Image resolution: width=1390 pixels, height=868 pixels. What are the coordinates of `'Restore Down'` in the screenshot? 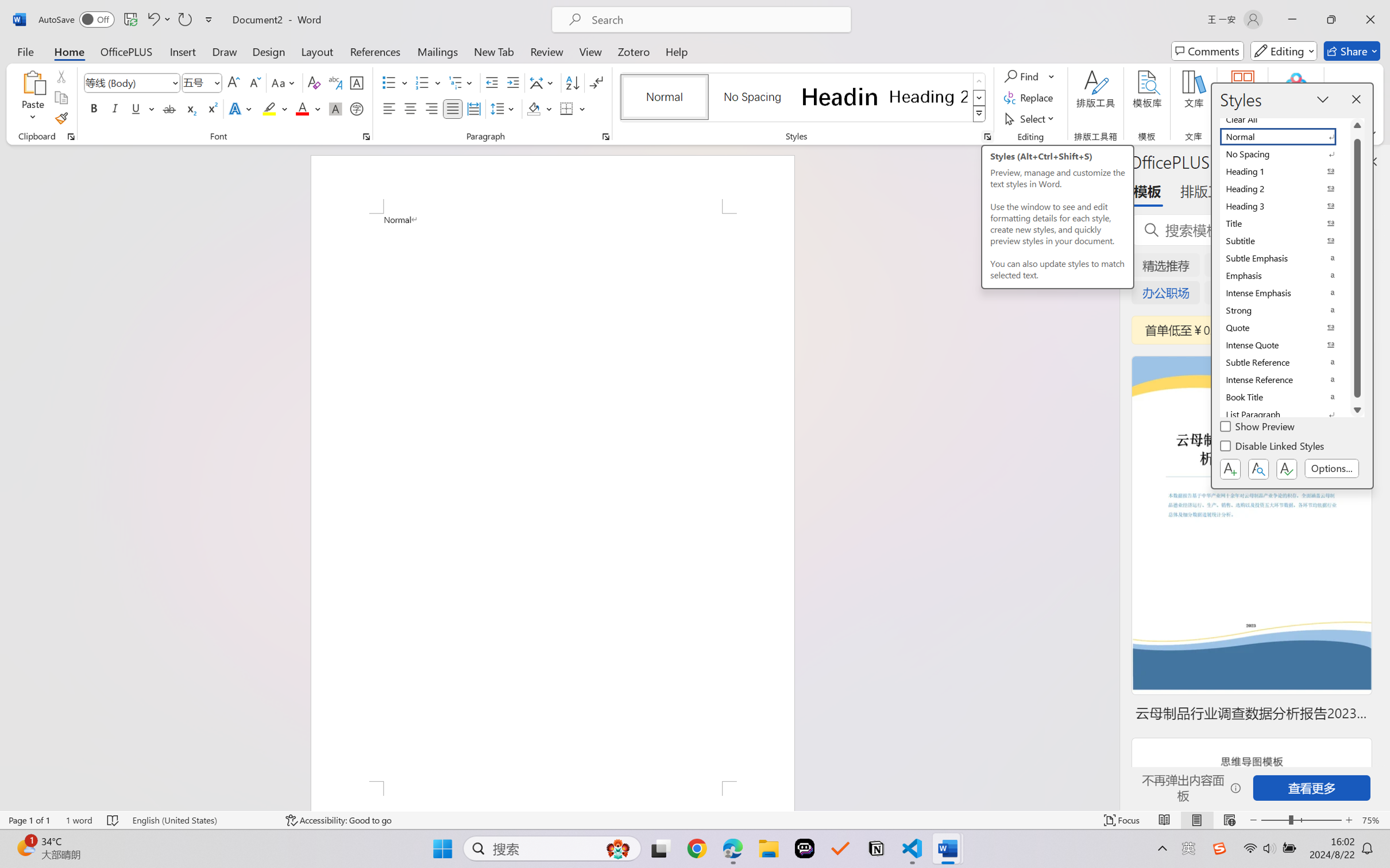 It's located at (1331, 19).